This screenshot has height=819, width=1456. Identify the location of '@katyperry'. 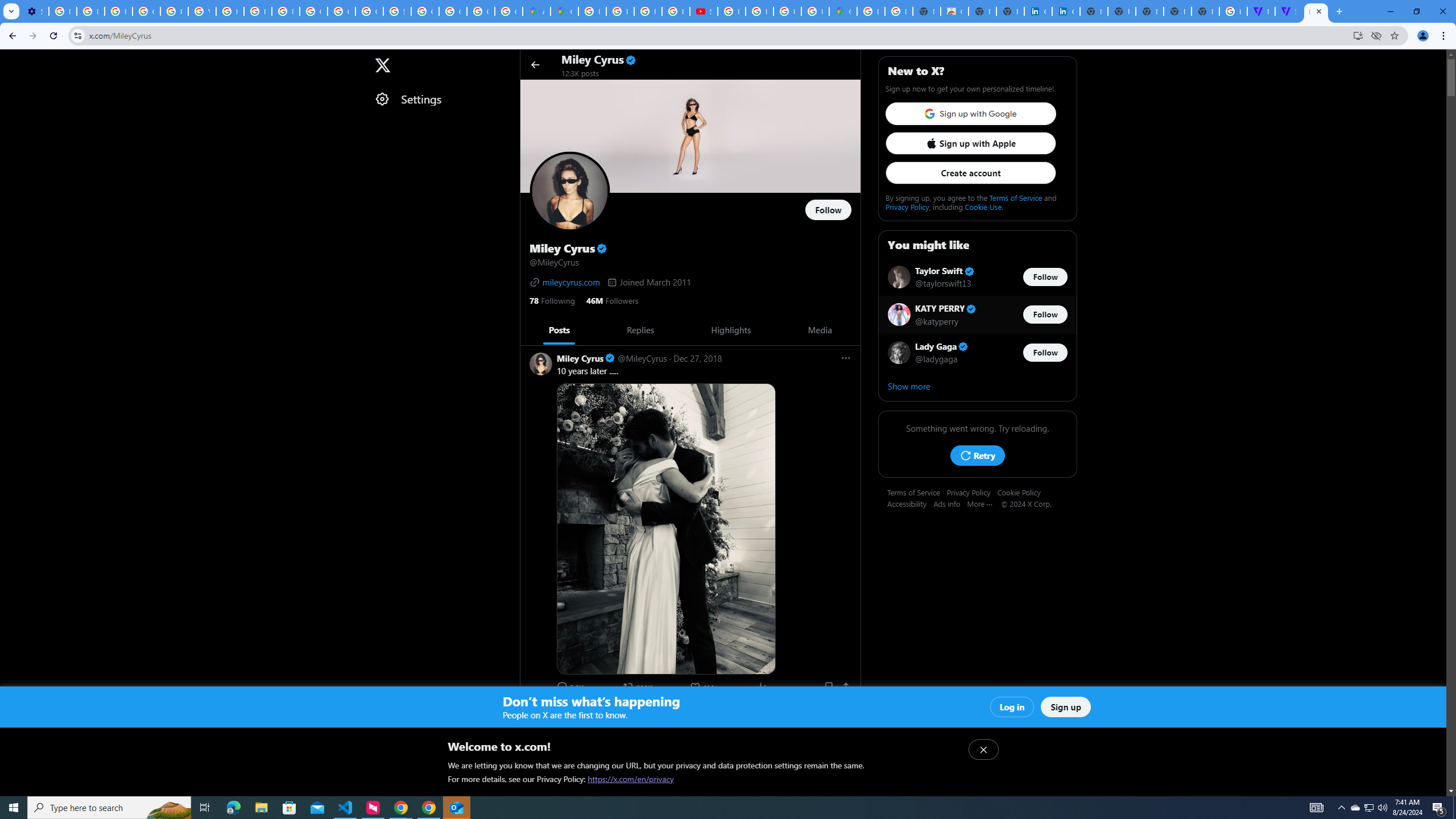
(937, 320).